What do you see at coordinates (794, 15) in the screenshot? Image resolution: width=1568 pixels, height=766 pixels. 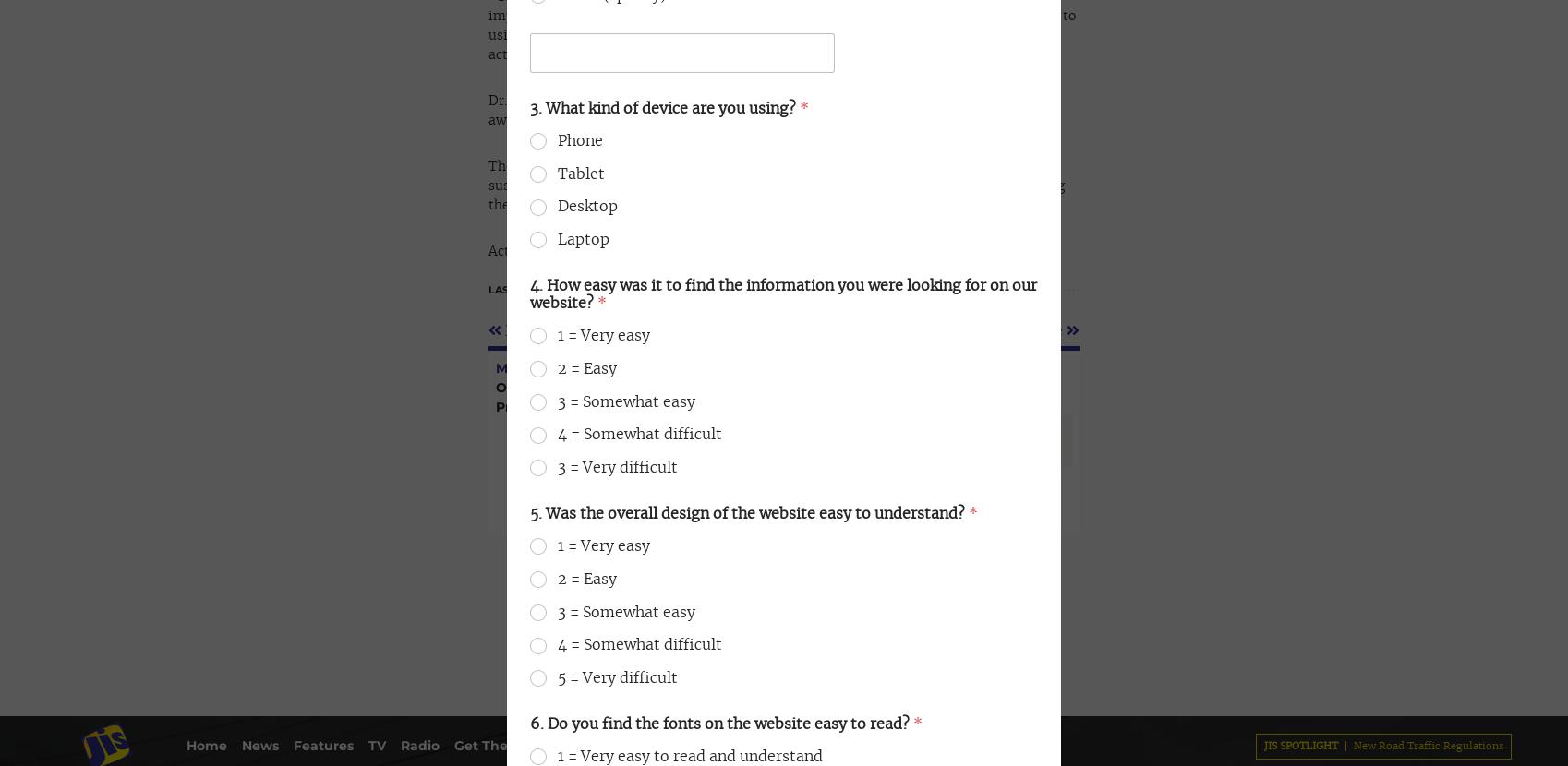 I see `'876-926-3740-6'` at bounding box center [794, 15].